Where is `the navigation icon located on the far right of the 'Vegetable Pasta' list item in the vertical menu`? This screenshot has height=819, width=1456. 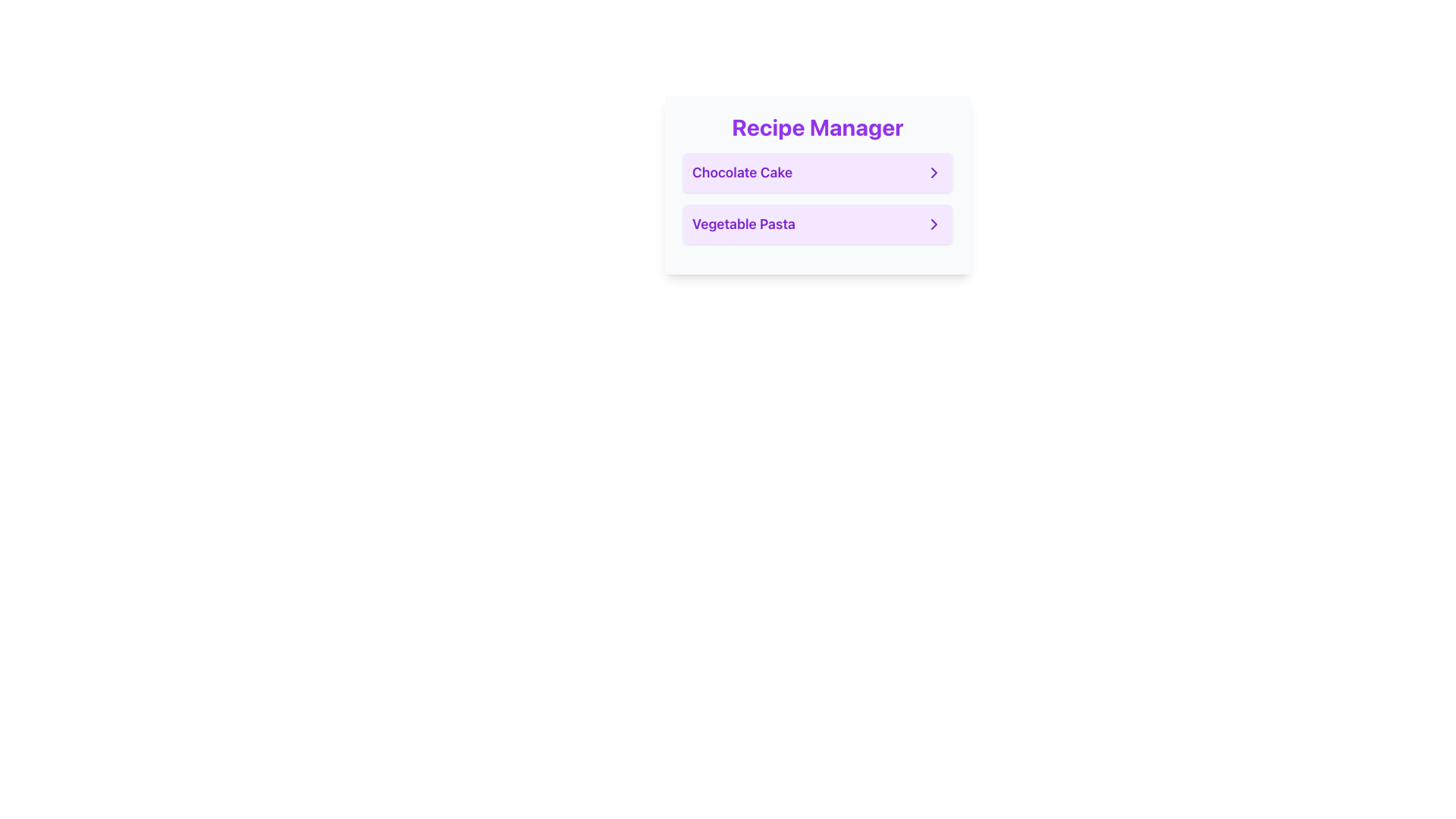 the navigation icon located on the far right of the 'Vegetable Pasta' list item in the vertical menu is located at coordinates (934, 224).